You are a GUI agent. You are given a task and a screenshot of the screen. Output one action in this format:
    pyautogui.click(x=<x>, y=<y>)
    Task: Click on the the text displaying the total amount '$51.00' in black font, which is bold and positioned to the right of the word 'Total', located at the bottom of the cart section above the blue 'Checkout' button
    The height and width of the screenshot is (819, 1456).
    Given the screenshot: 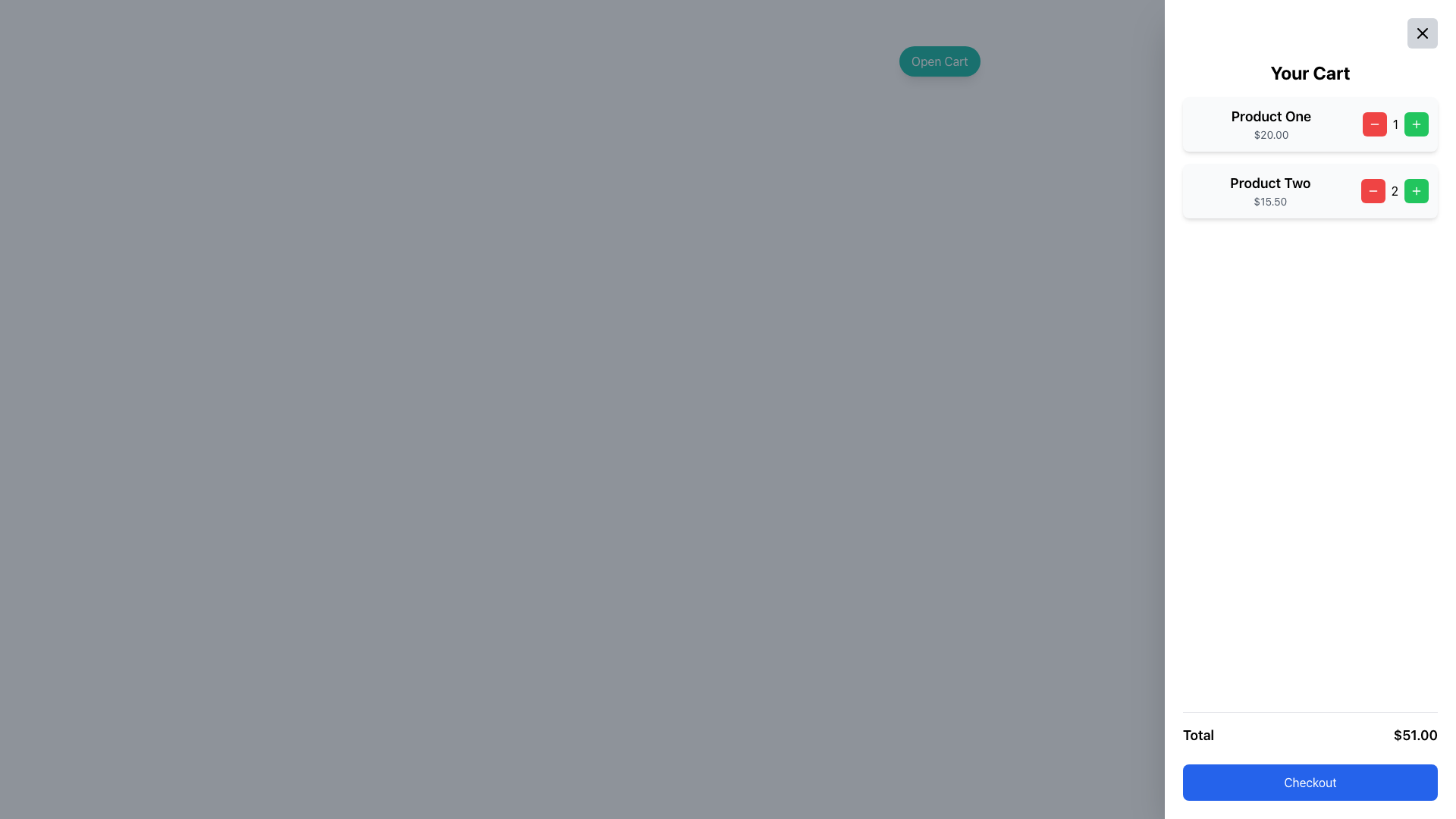 What is the action you would take?
    pyautogui.click(x=1414, y=734)
    